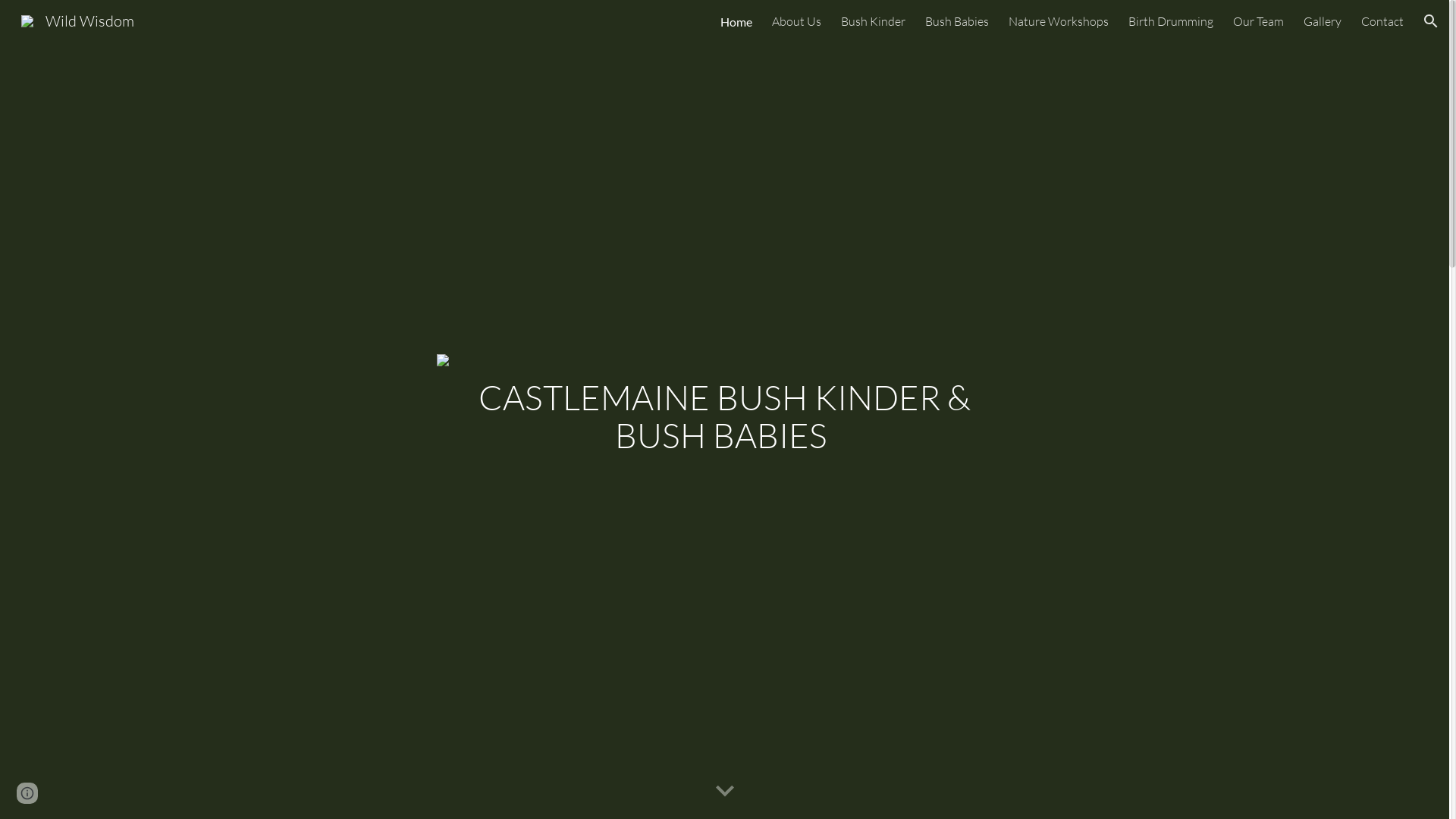 Image resolution: width=1456 pixels, height=819 pixels. What do you see at coordinates (720, 20) in the screenshot?
I see `'Home'` at bounding box center [720, 20].